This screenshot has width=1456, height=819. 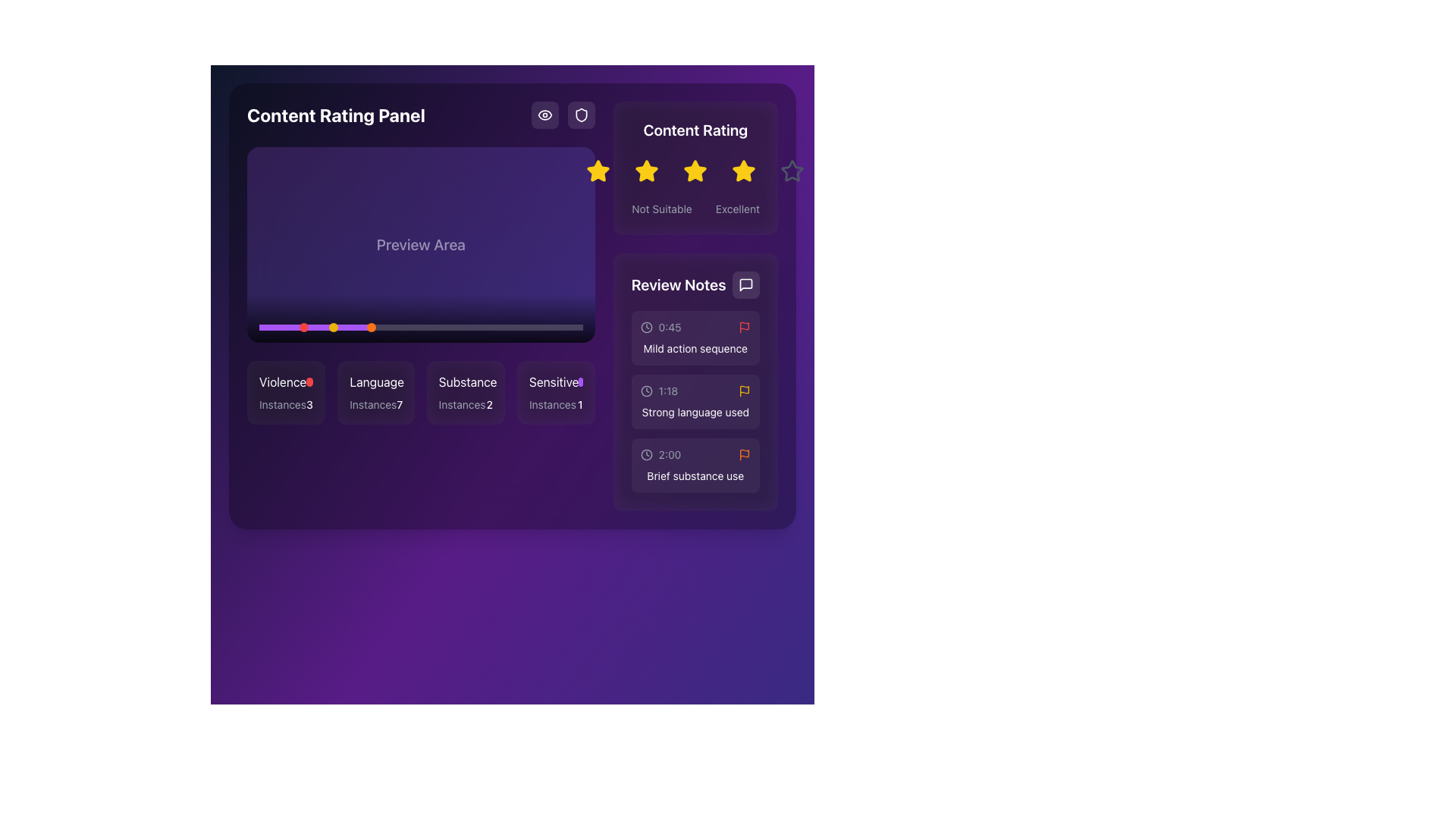 What do you see at coordinates (695, 381) in the screenshot?
I see `the Sectioned information box, which features a subtle white overlay, rounded corners, and contains three segments of content with timestamps and descriptions` at bounding box center [695, 381].